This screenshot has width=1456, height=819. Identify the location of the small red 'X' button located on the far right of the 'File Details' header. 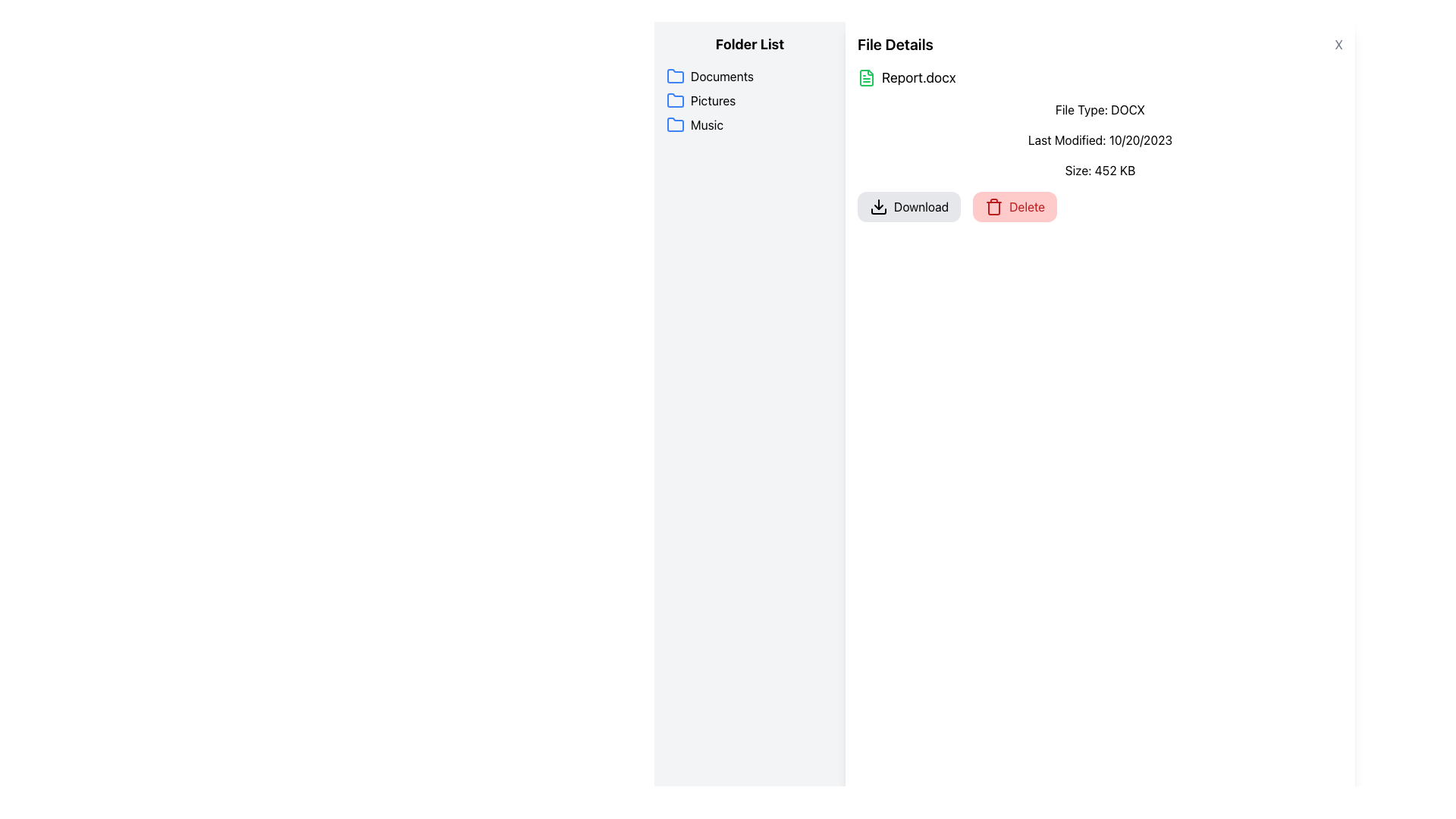
(1338, 43).